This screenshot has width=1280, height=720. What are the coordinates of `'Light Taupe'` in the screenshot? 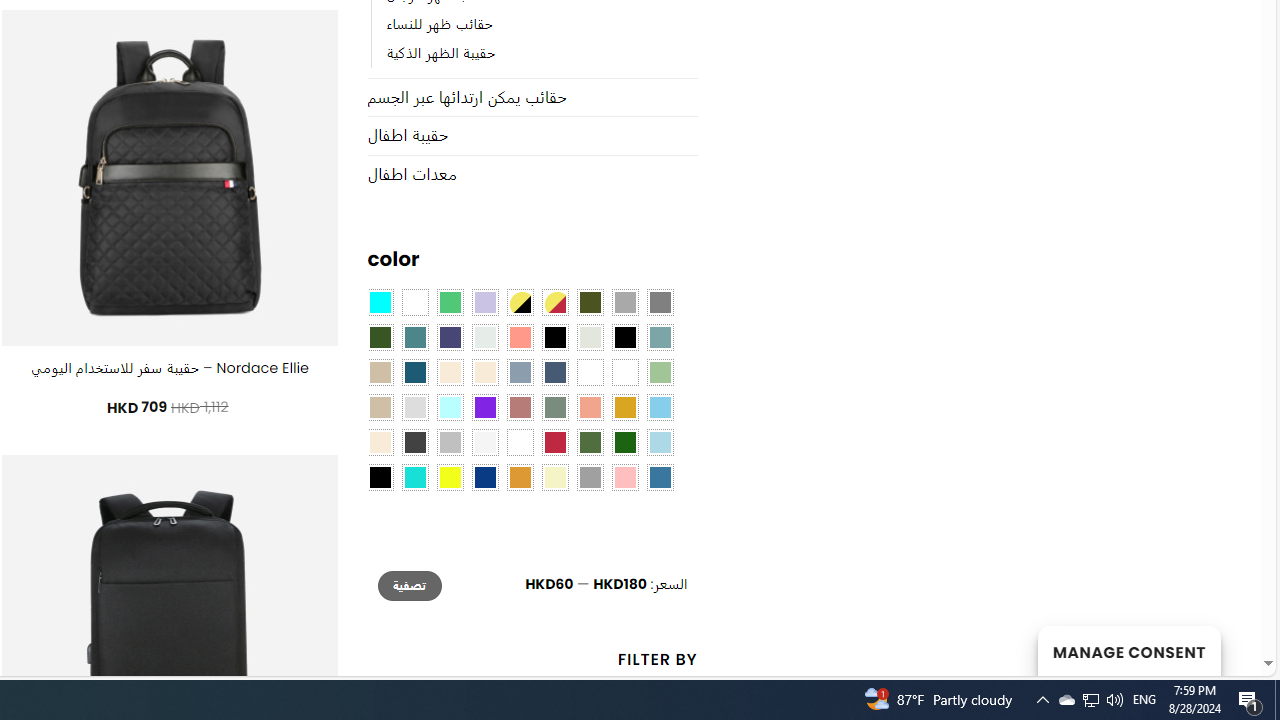 It's located at (380, 407).